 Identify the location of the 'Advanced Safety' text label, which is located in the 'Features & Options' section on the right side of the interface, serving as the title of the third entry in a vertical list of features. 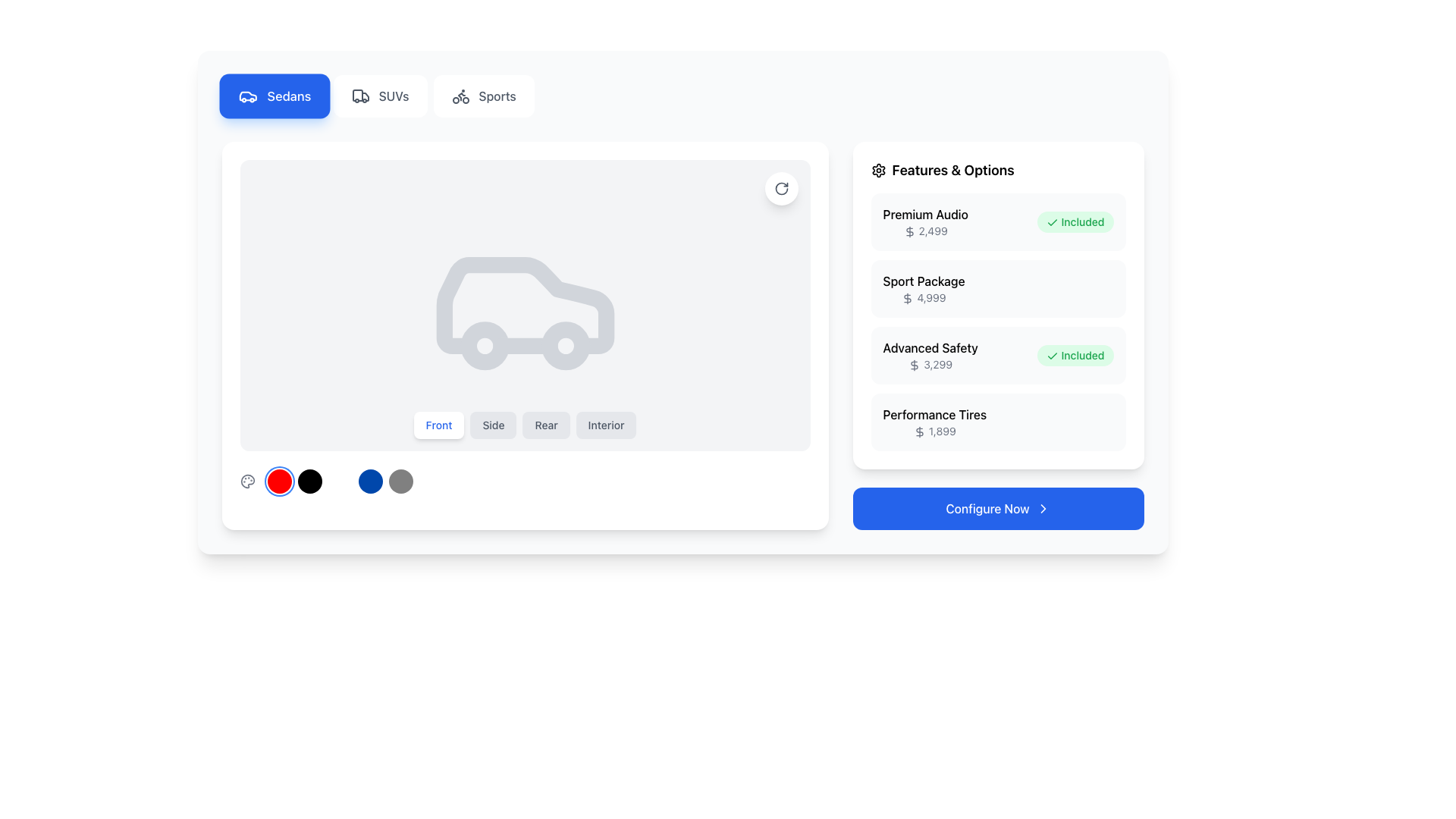
(930, 348).